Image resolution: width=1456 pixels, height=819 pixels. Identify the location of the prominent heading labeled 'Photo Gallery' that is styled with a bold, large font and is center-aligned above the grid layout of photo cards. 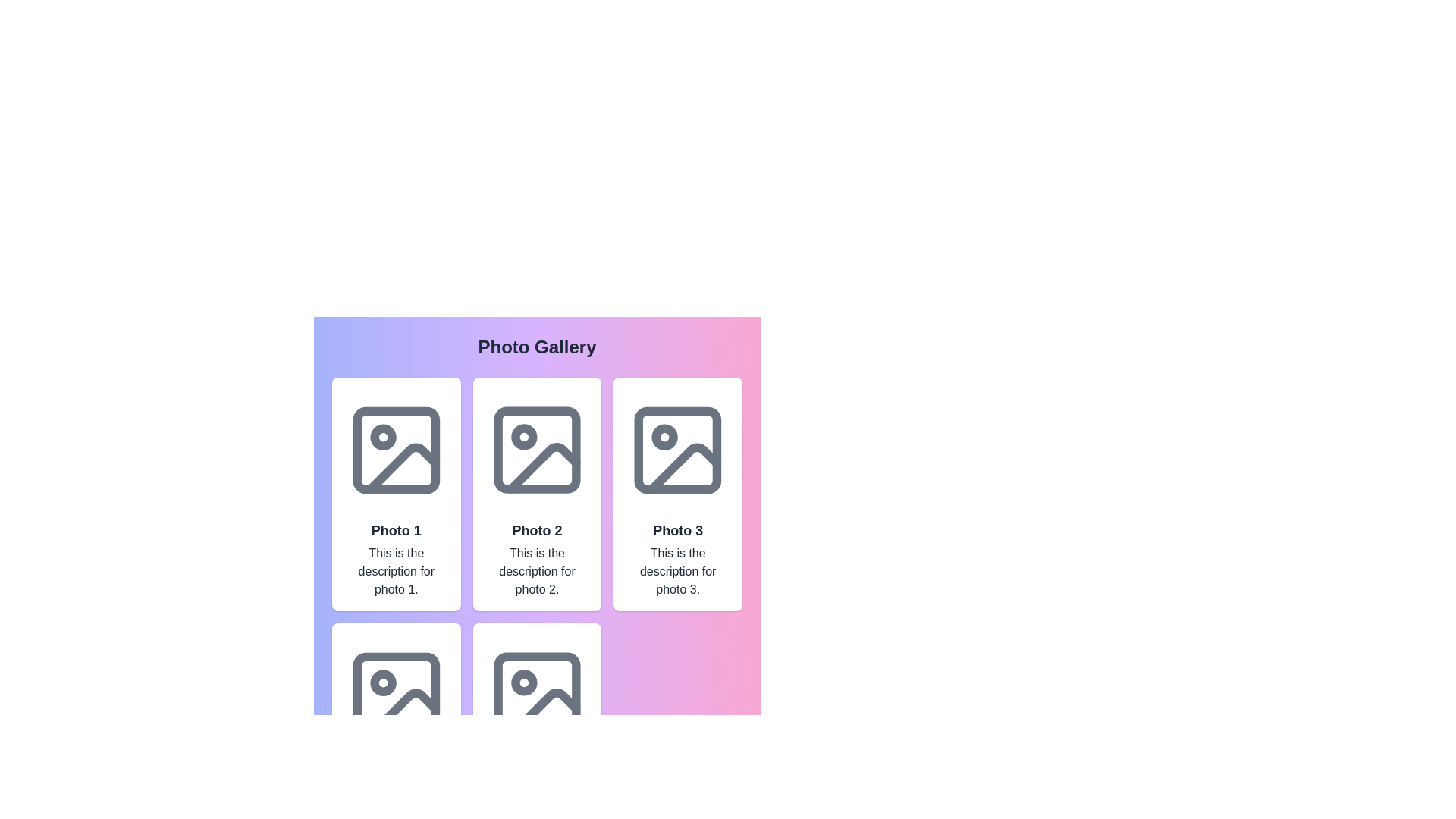
(537, 347).